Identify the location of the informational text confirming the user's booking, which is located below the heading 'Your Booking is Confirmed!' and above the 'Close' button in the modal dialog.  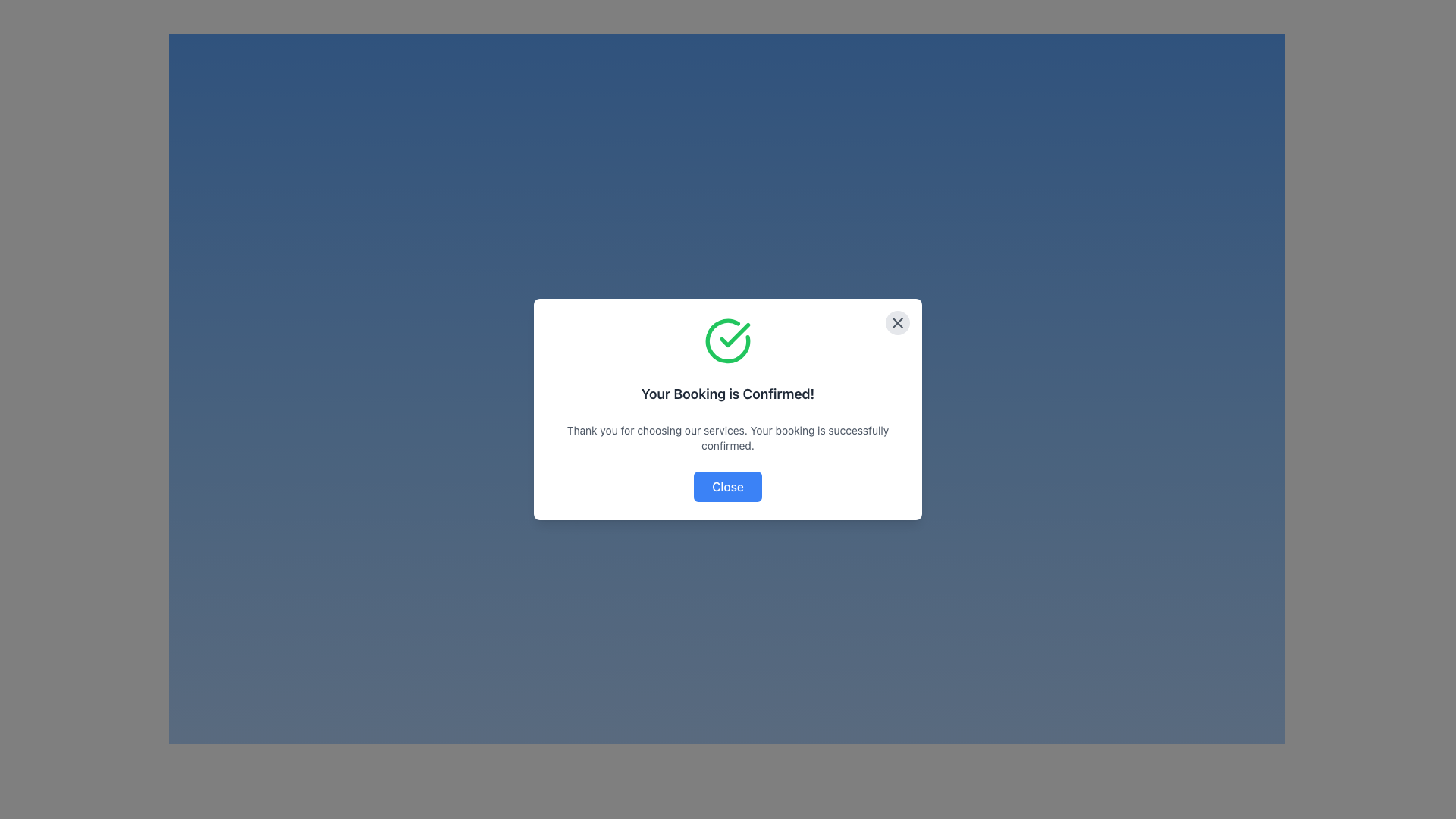
(728, 438).